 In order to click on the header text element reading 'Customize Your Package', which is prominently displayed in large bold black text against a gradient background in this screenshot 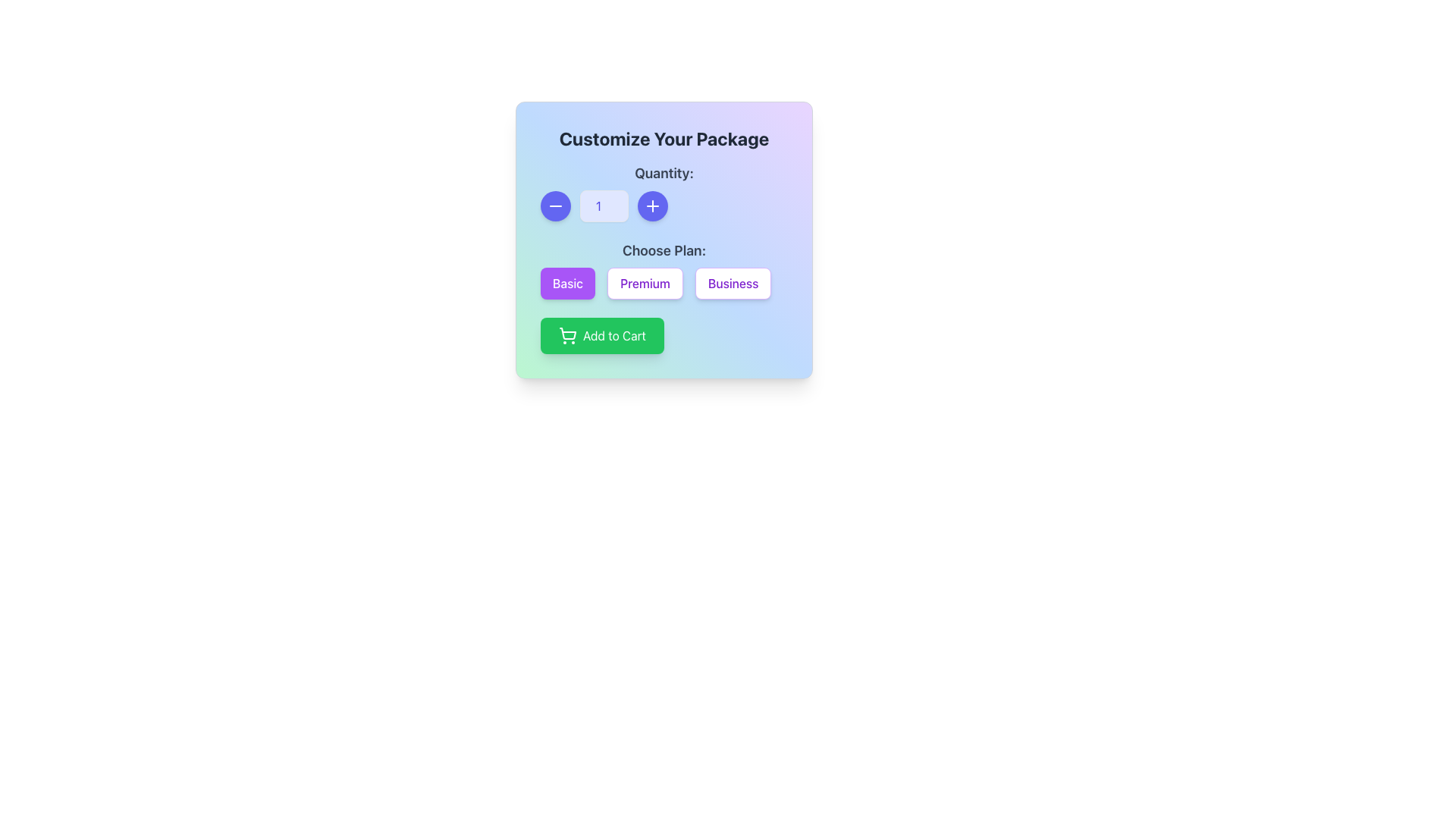, I will do `click(664, 138)`.